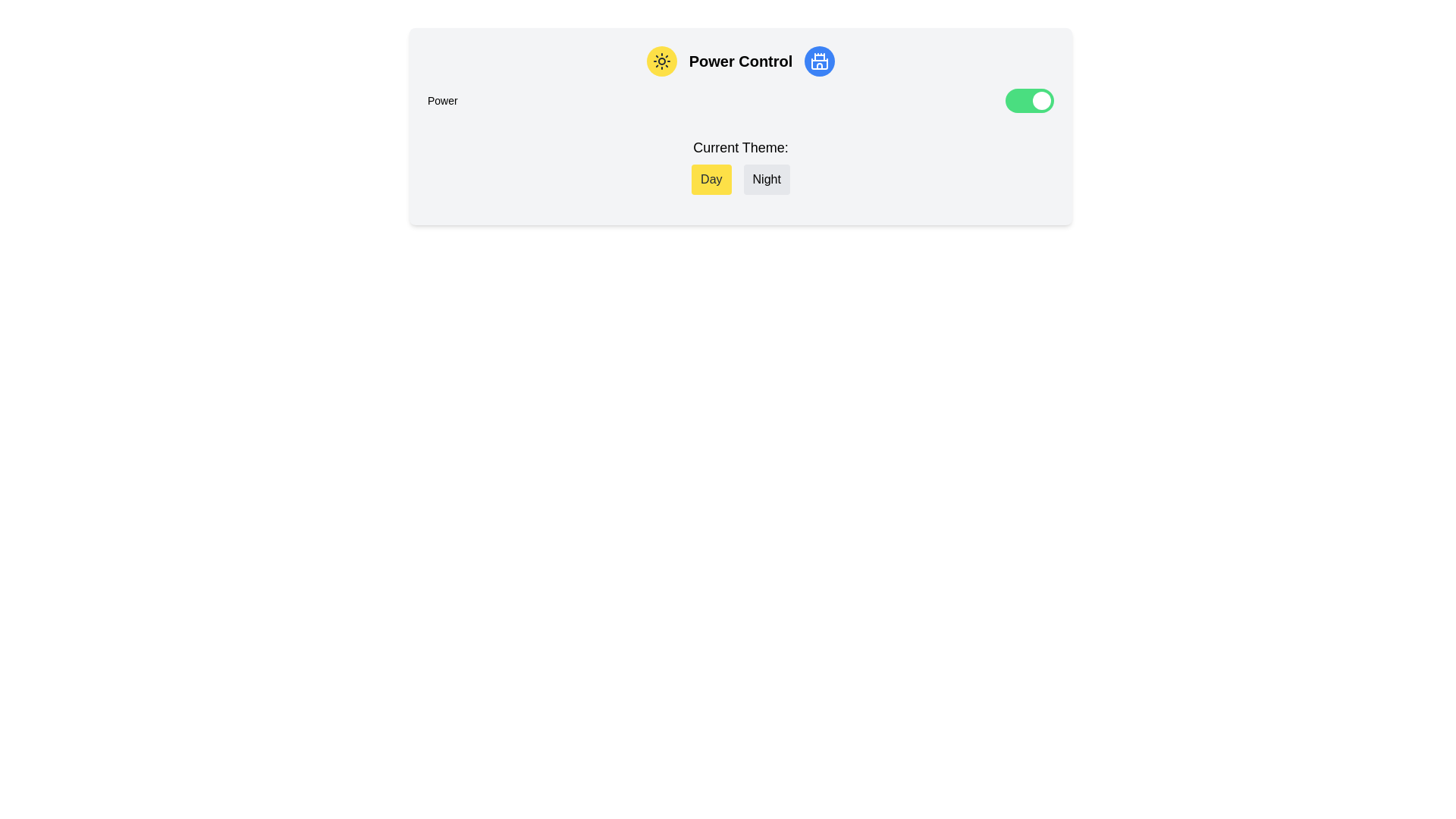 The image size is (1456, 819). I want to click on the rectangular 'Day' button with a bright yellow background and dark gray text, so click(711, 178).